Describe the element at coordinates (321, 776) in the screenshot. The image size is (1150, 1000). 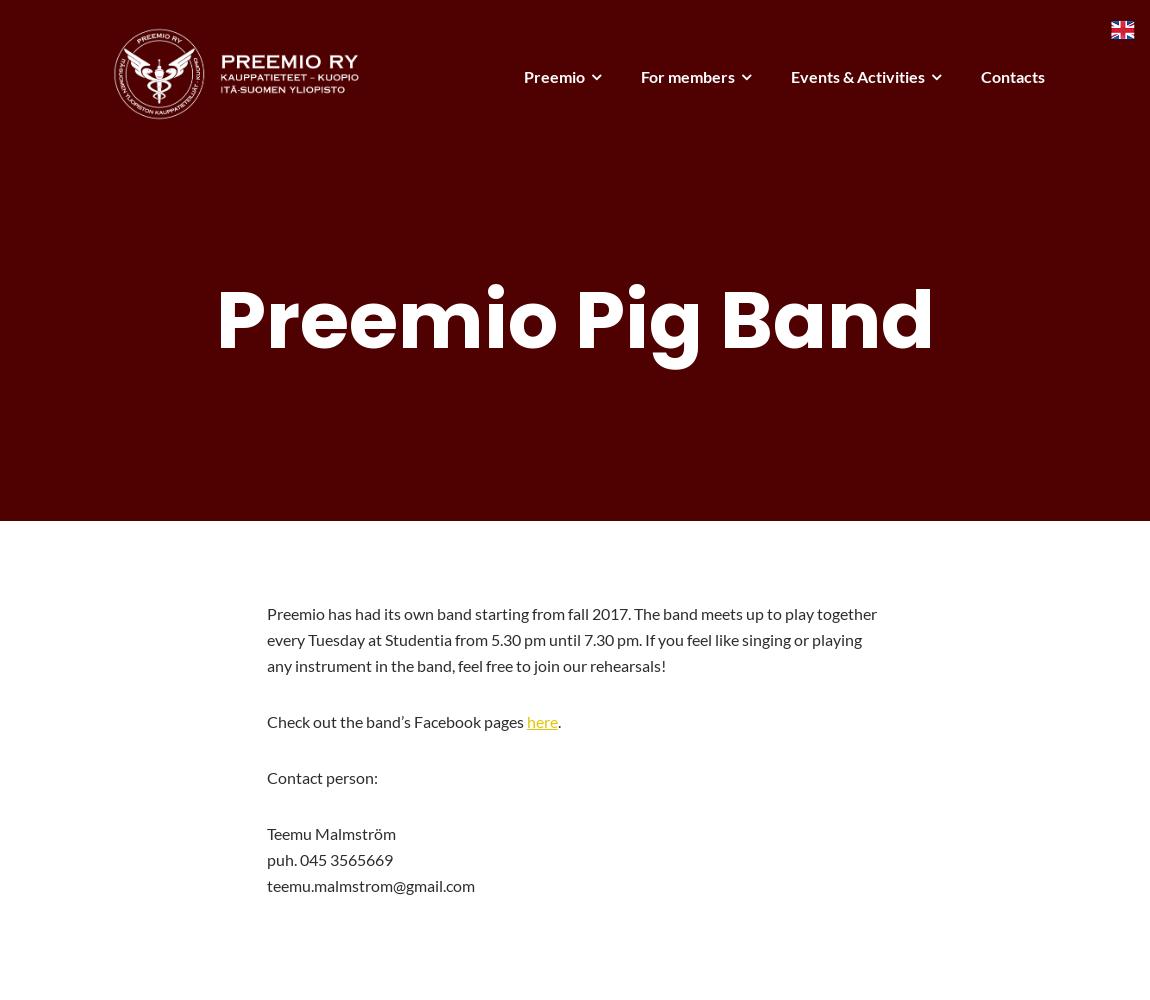
I see `'Contact person:'` at that location.